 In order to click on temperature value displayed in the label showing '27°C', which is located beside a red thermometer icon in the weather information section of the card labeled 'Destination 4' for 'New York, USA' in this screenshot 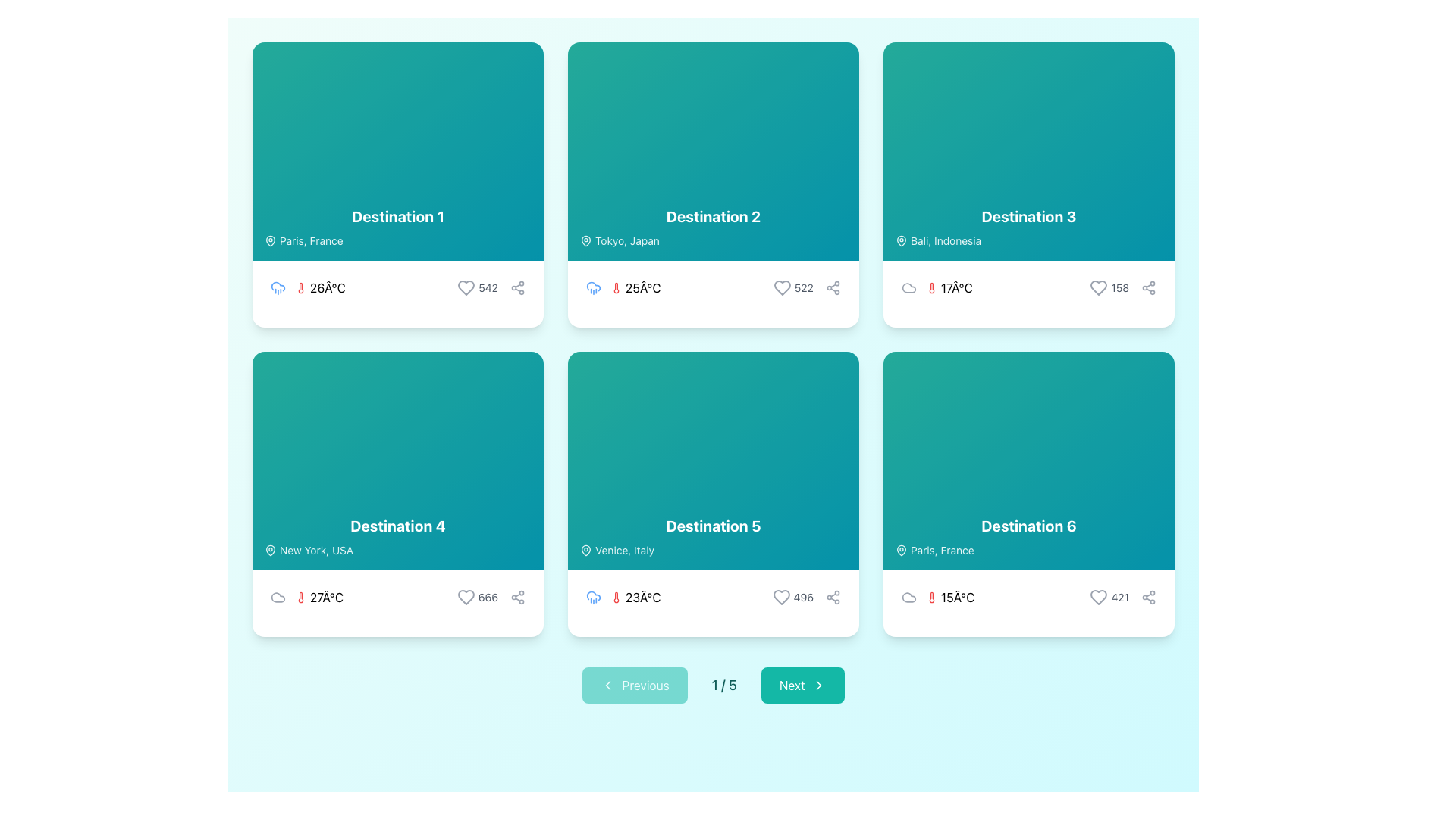, I will do `click(318, 596)`.